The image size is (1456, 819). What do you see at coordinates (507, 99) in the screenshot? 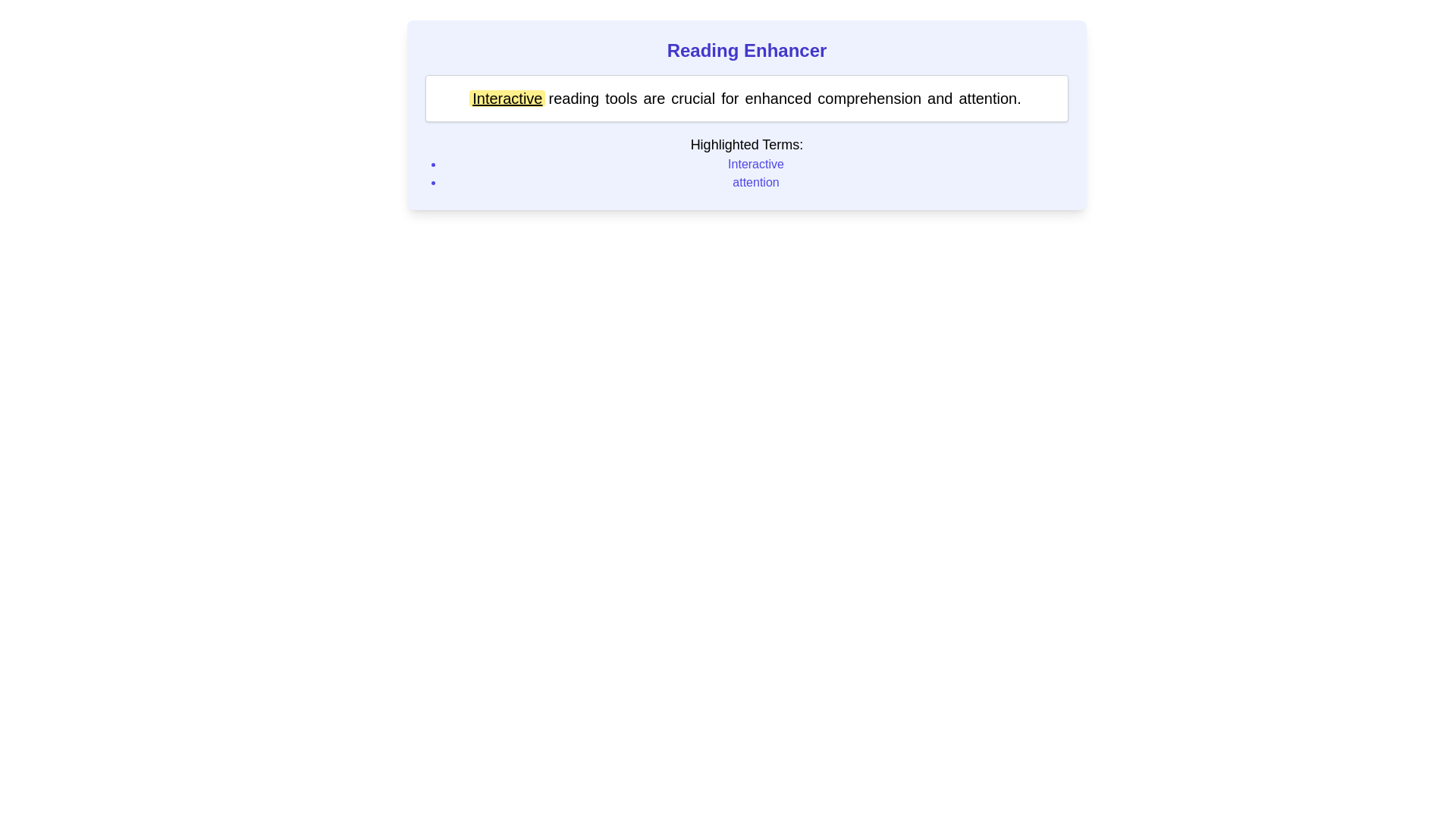
I see `the Stylized Text element with a yellow background, underlined text, and rounded border that contains the text 'Interactive'` at bounding box center [507, 99].